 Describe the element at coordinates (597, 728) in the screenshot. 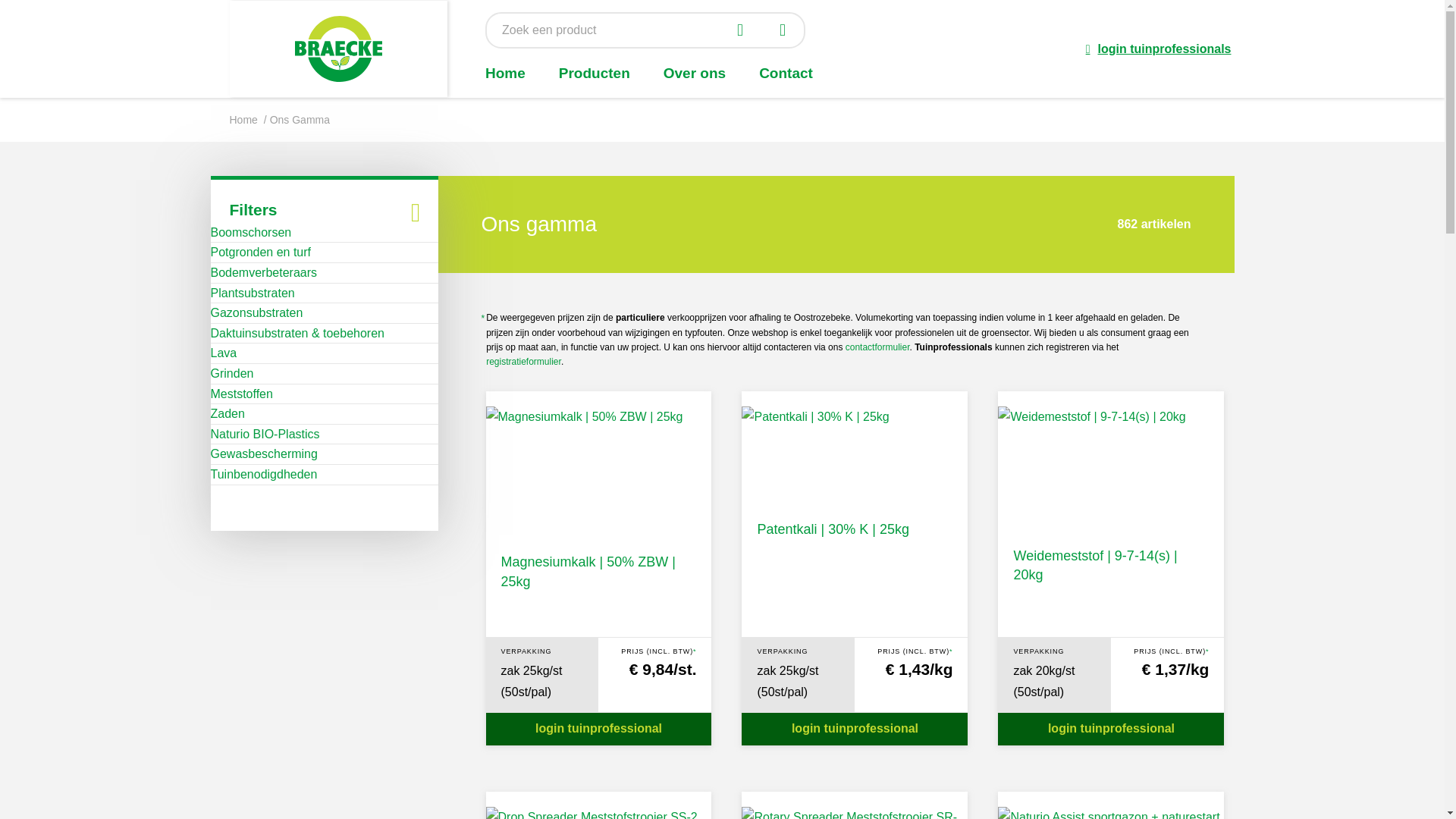

I see `'login tuinprofessional'` at that location.